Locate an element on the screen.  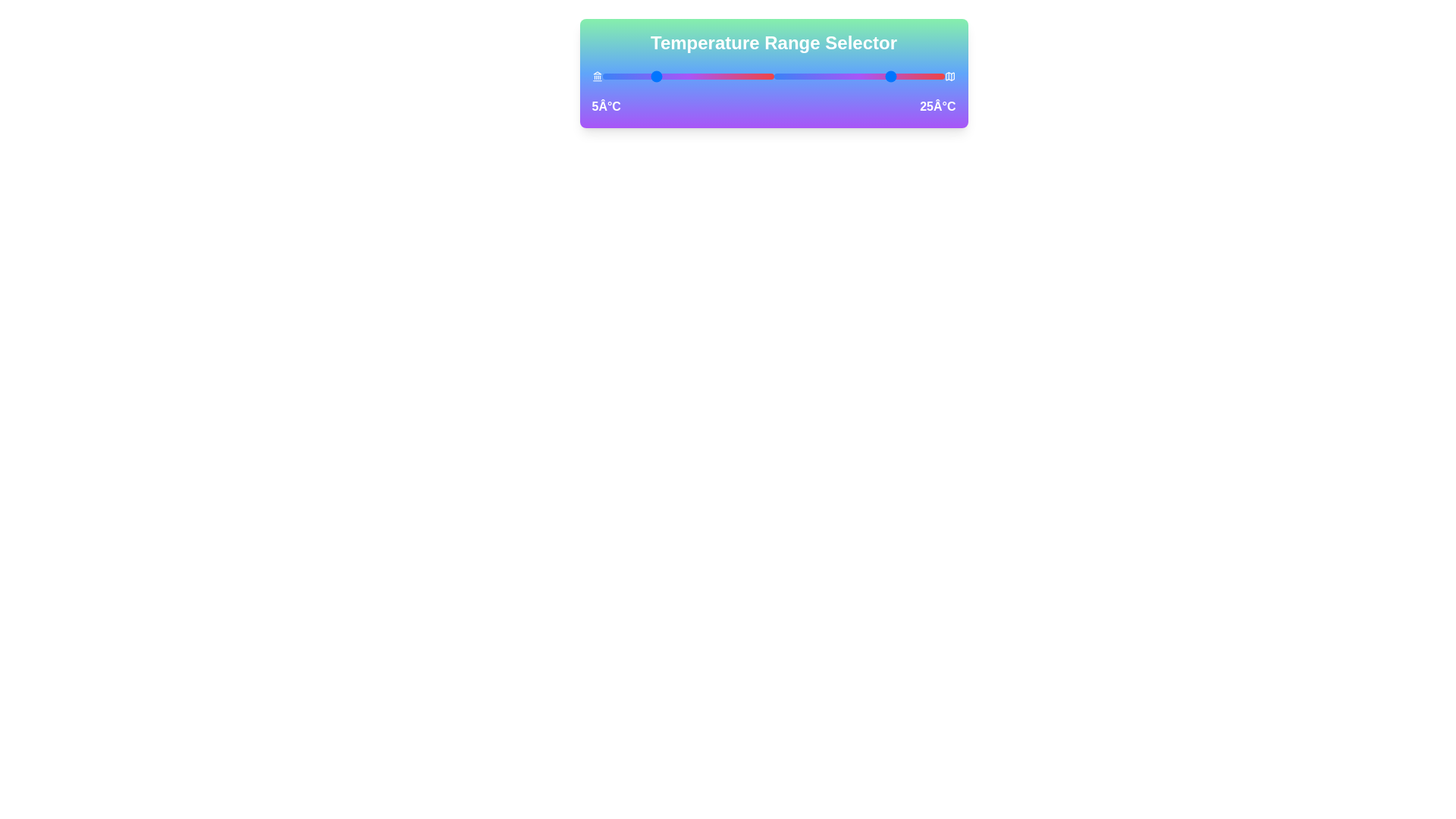
the map icon is located at coordinates (949, 76).